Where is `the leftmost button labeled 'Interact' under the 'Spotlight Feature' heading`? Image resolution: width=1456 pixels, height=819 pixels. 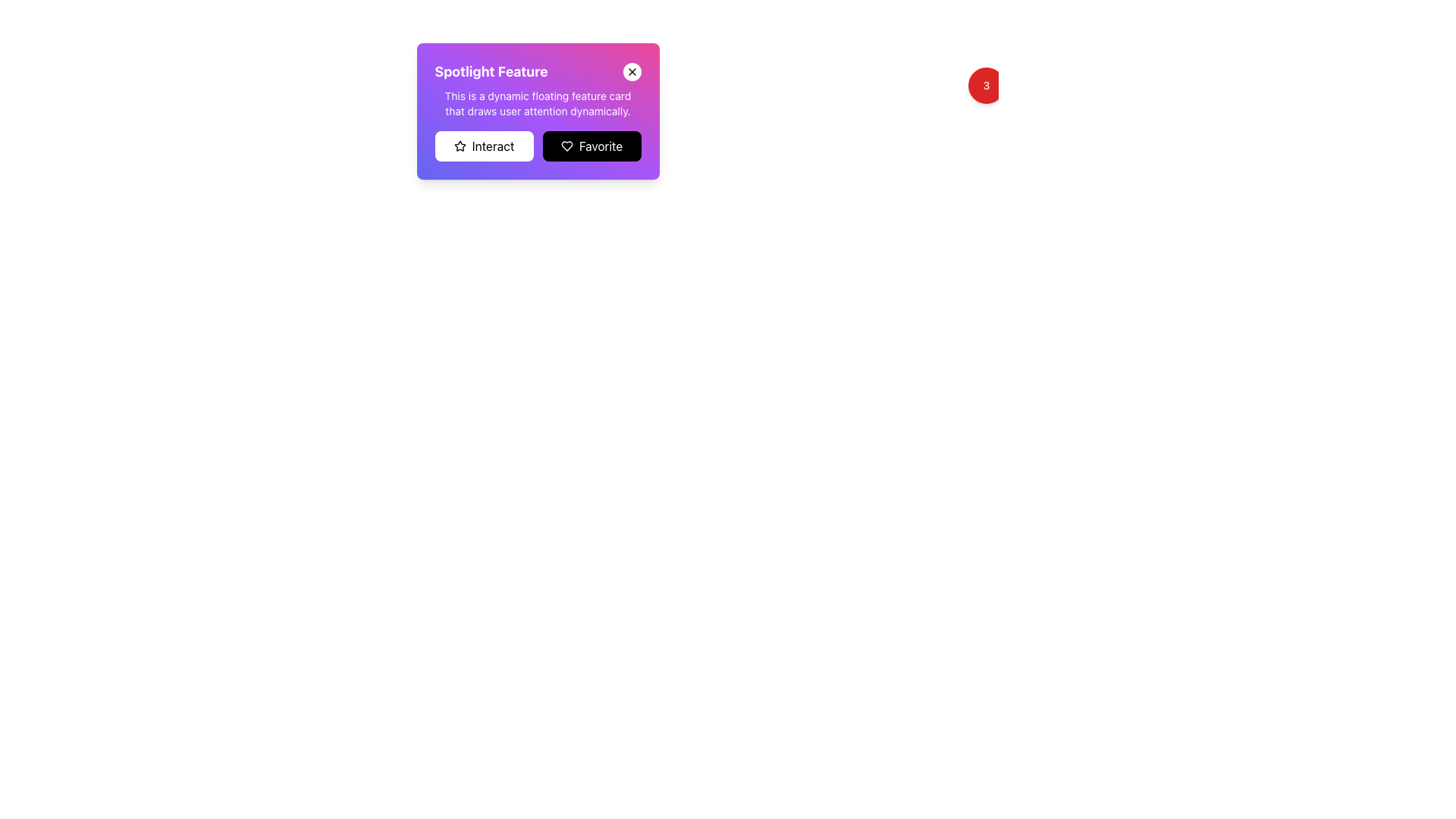 the leftmost button labeled 'Interact' under the 'Spotlight Feature' heading is located at coordinates (483, 146).